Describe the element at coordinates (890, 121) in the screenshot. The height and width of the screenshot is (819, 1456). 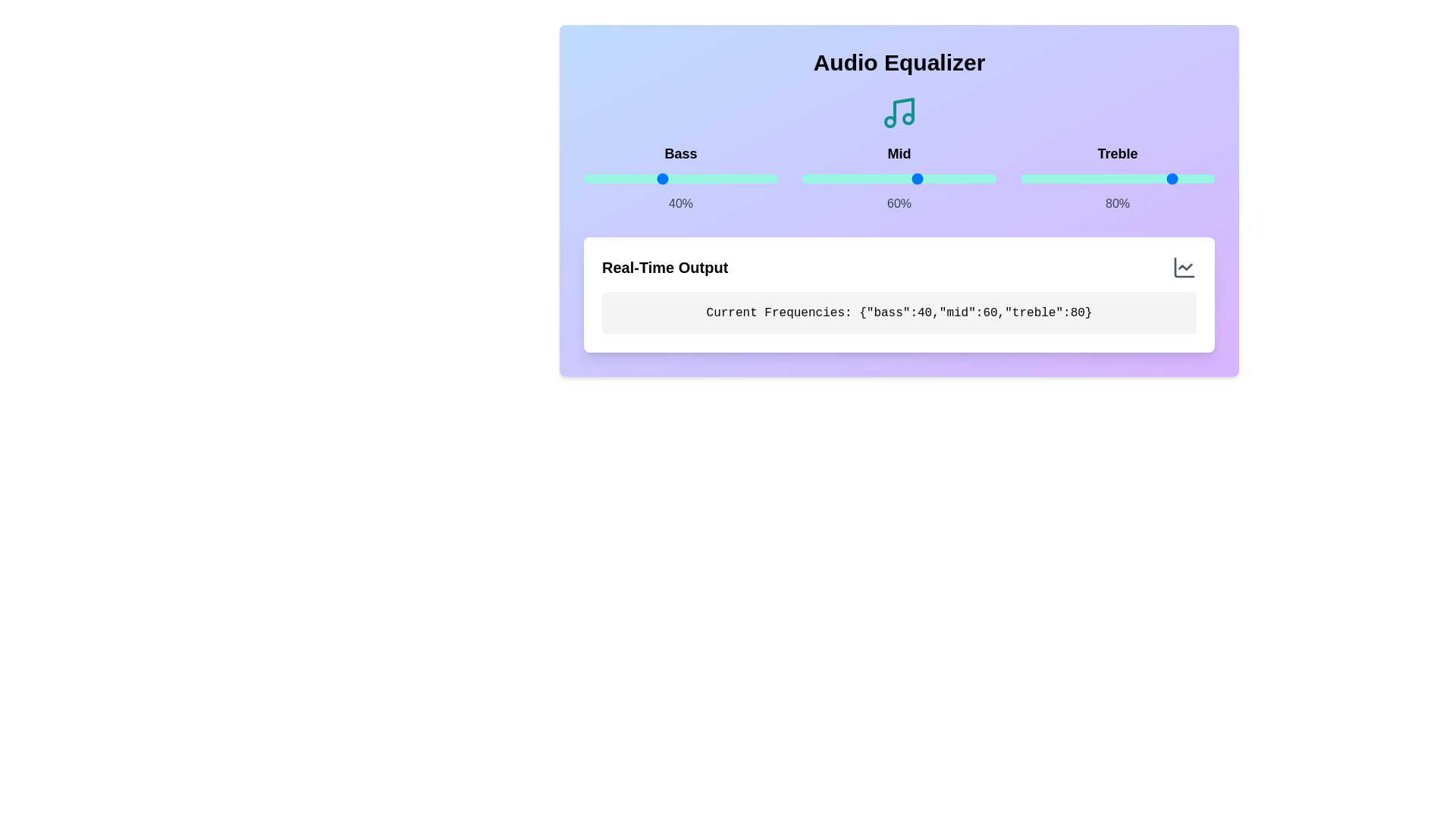
I see `the small teal circular dot in the music icon, located to the left of the musical note symbol, which is part of the Audio Equalizer section` at that location.